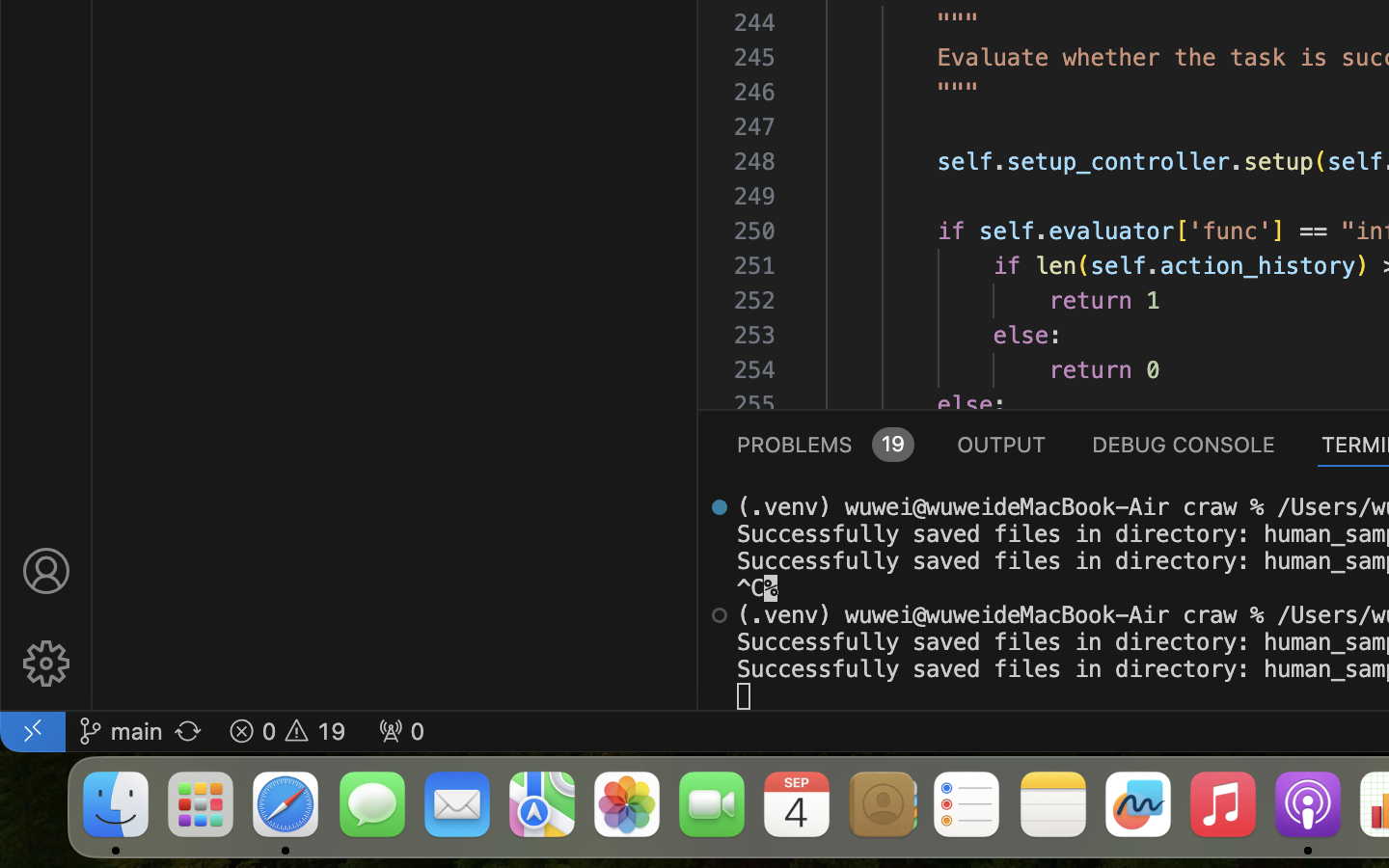 Image resolution: width=1389 pixels, height=868 pixels. Describe the element at coordinates (824, 442) in the screenshot. I see `'0 PROBLEMS 19'` at that location.